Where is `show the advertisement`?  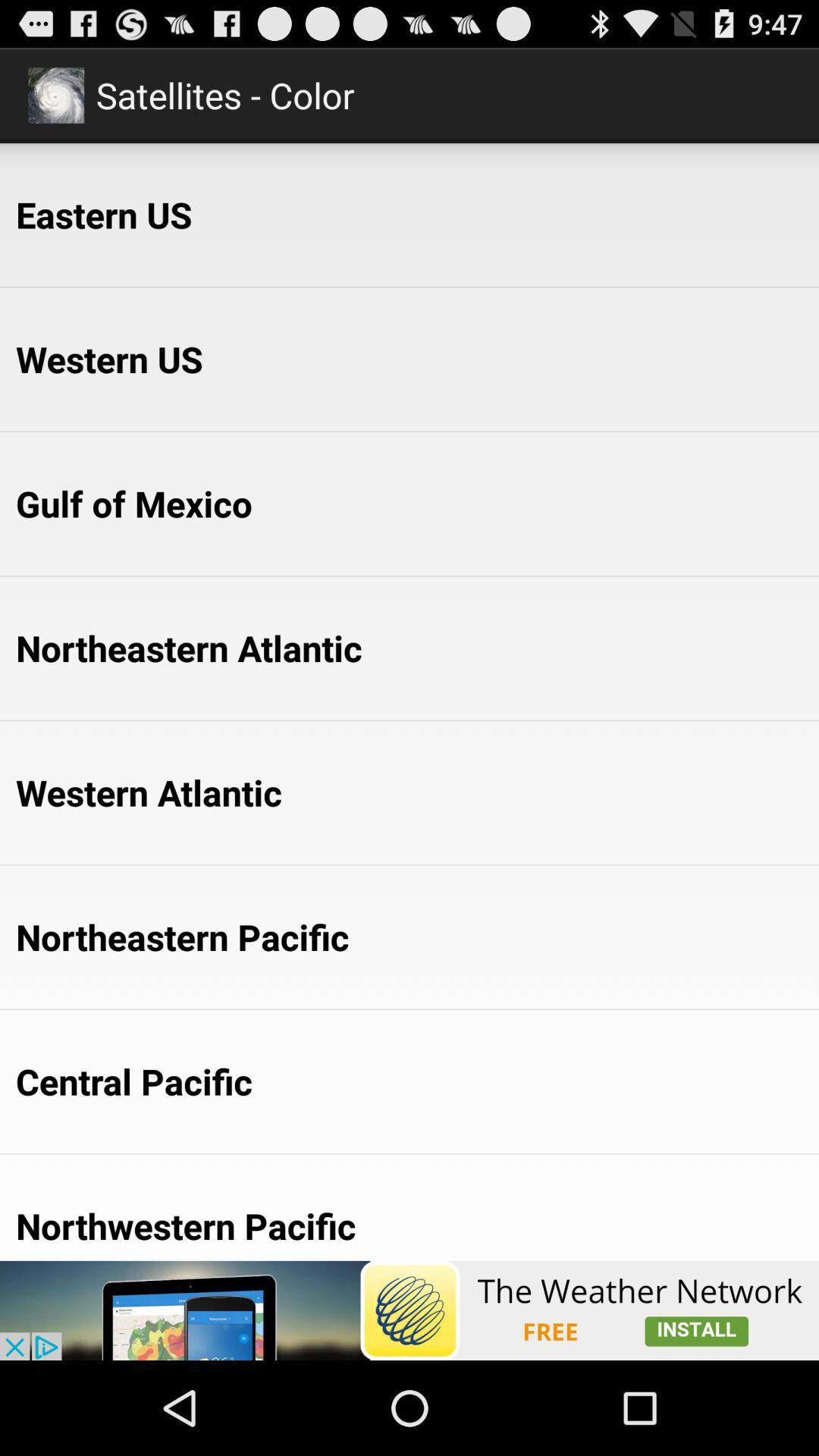 show the advertisement is located at coordinates (409, 1310).